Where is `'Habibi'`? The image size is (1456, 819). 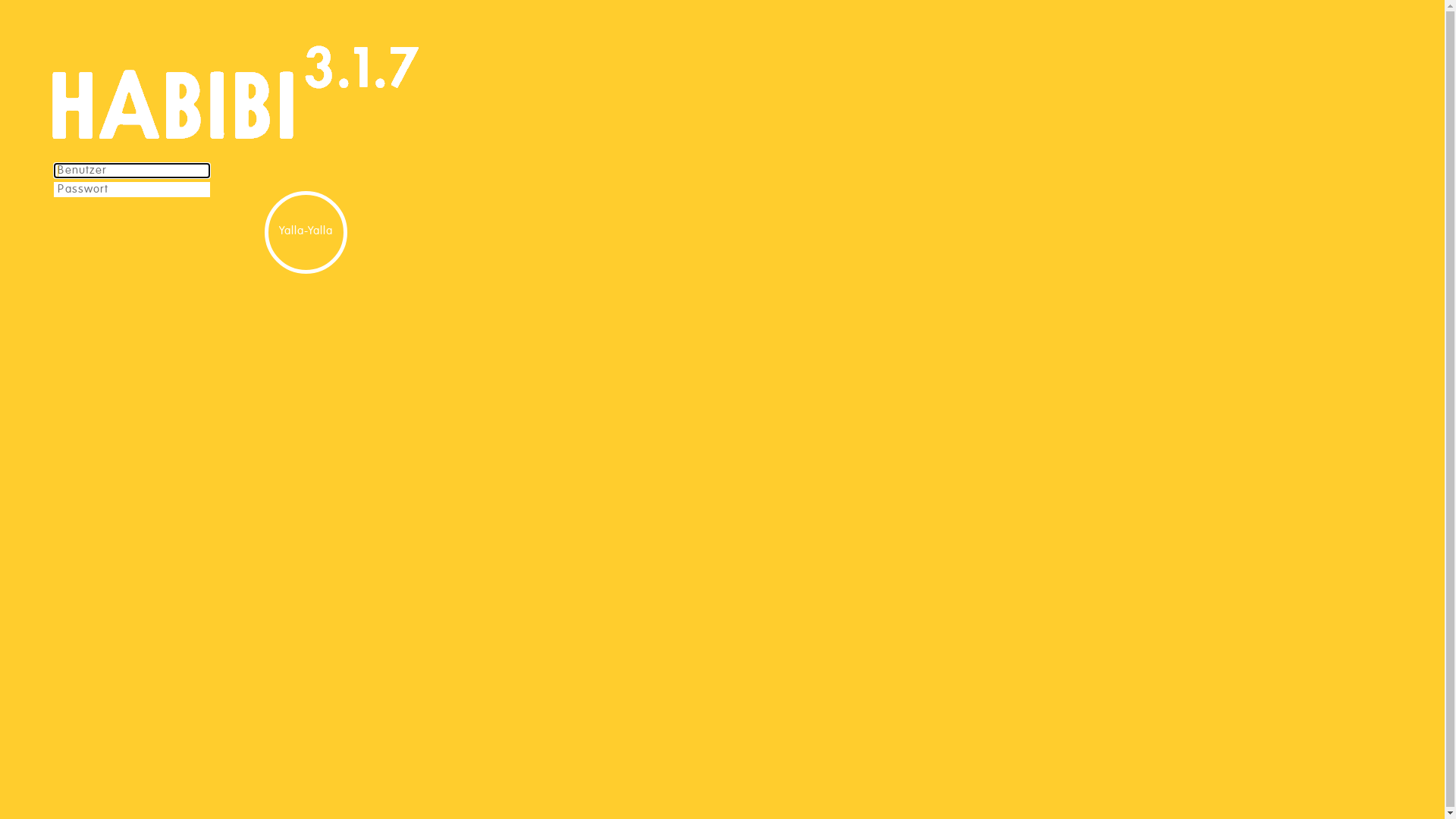 'Habibi' is located at coordinates (372, 90).